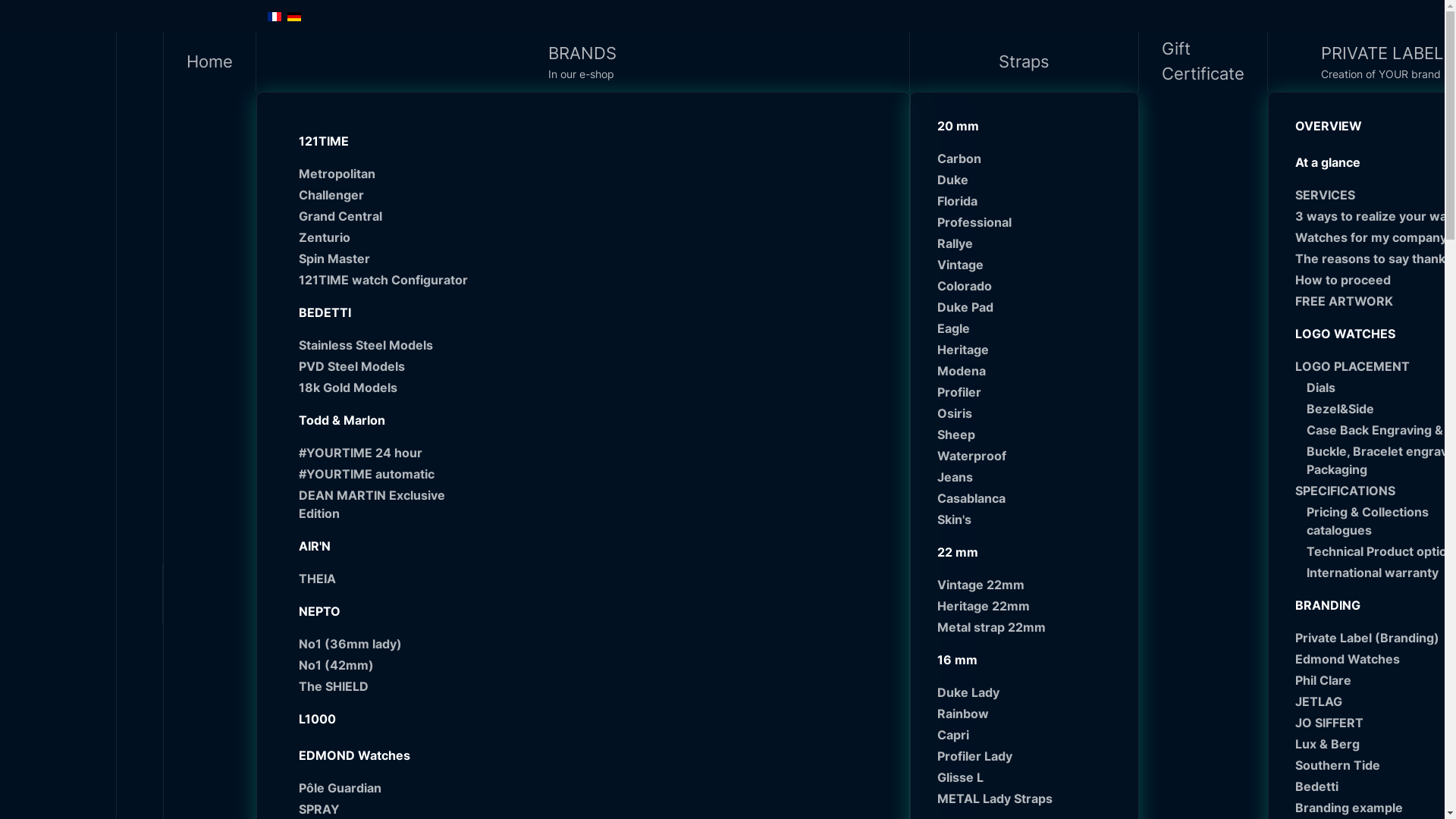 This screenshot has height=819, width=1456. Describe the element at coordinates (937, 242) in the screenshot. I see `'Rallye'` at that location.